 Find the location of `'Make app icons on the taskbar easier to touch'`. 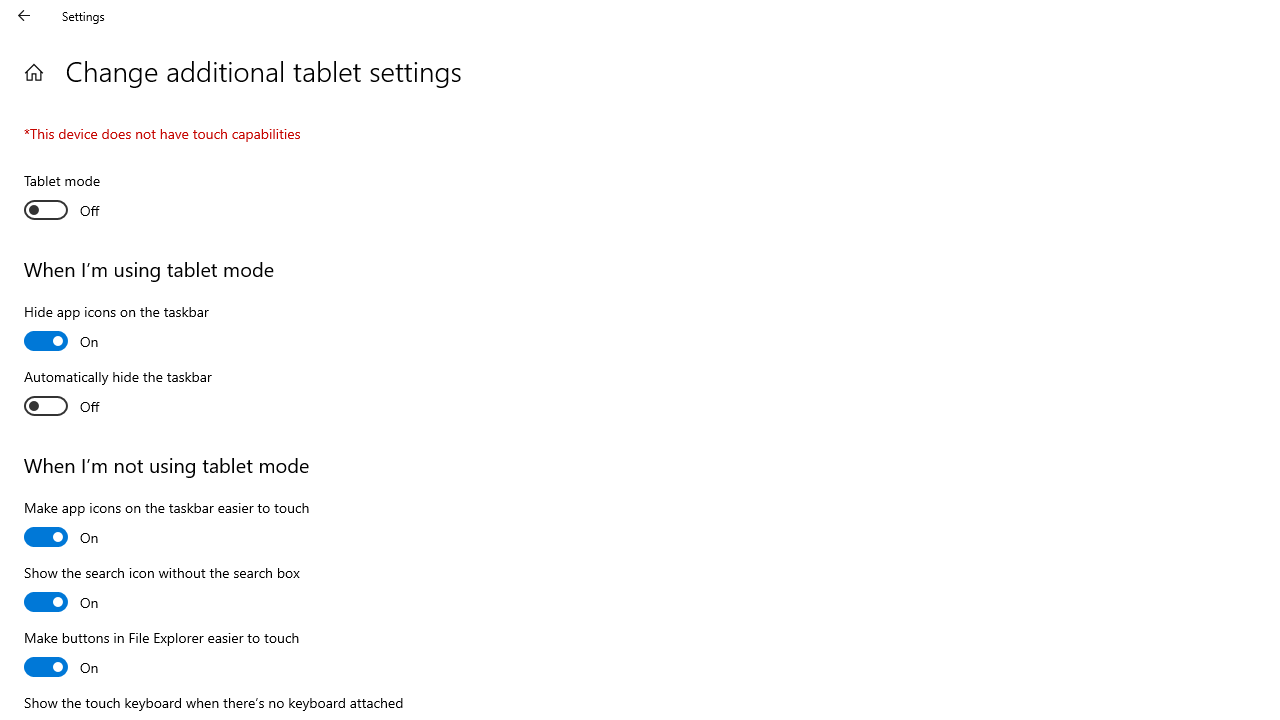

'Make app icons on the taskbar easier to touch' is located at coordinates (167, 524).